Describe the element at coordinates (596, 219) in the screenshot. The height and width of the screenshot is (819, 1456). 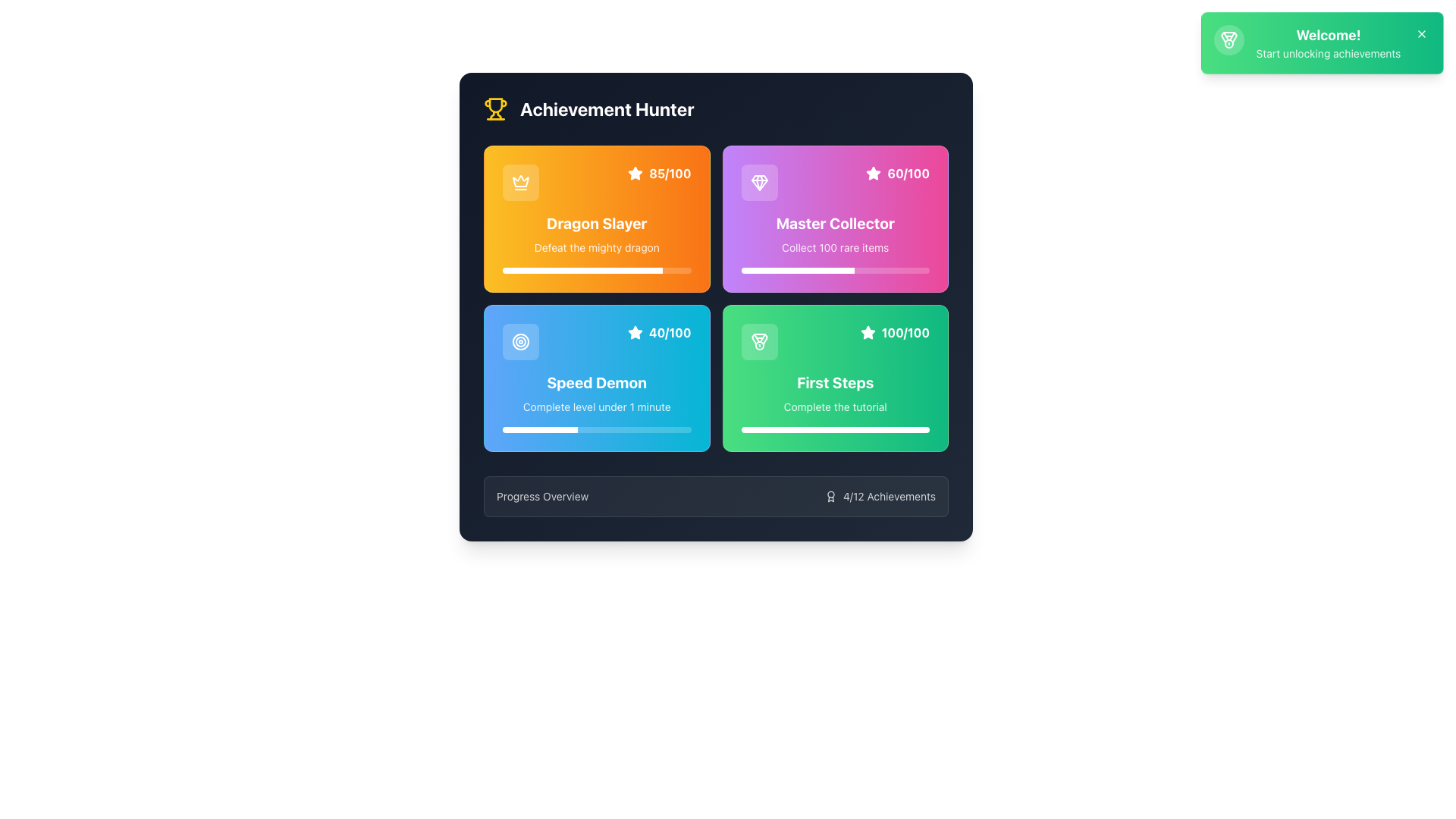
I see `the Achievement card with a crown icon at the top-left corner, displaying '85/100' and 'Dragon Slayer' text` at that location.